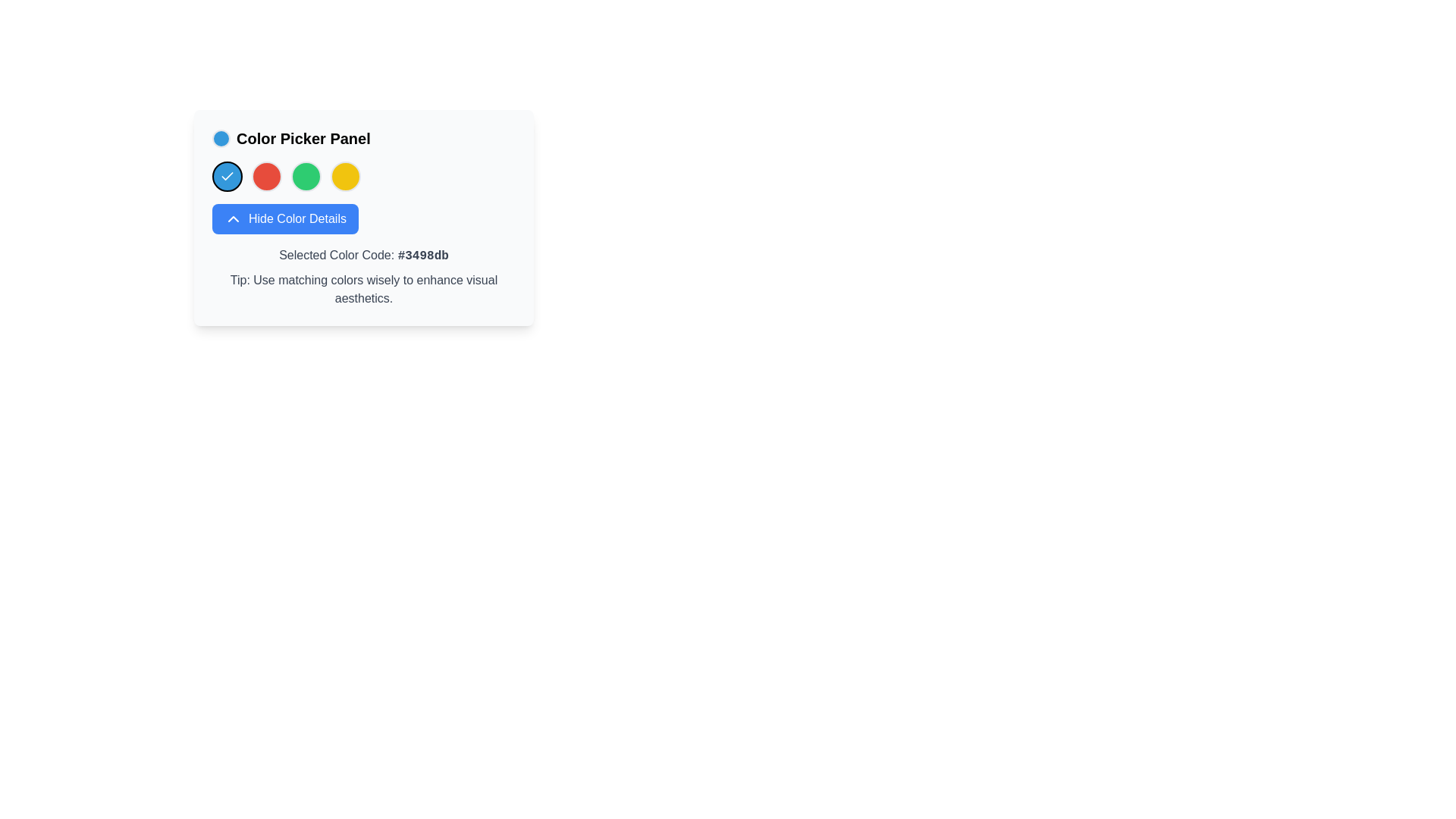  Describe the element at coordinates (364, 255) in the screenshot. I see `displayed hexadecimal color code from the Text Display located in the Color Picker Panel, which is positioned below the 'Hide Color Details' button and above the tip text` at that location.